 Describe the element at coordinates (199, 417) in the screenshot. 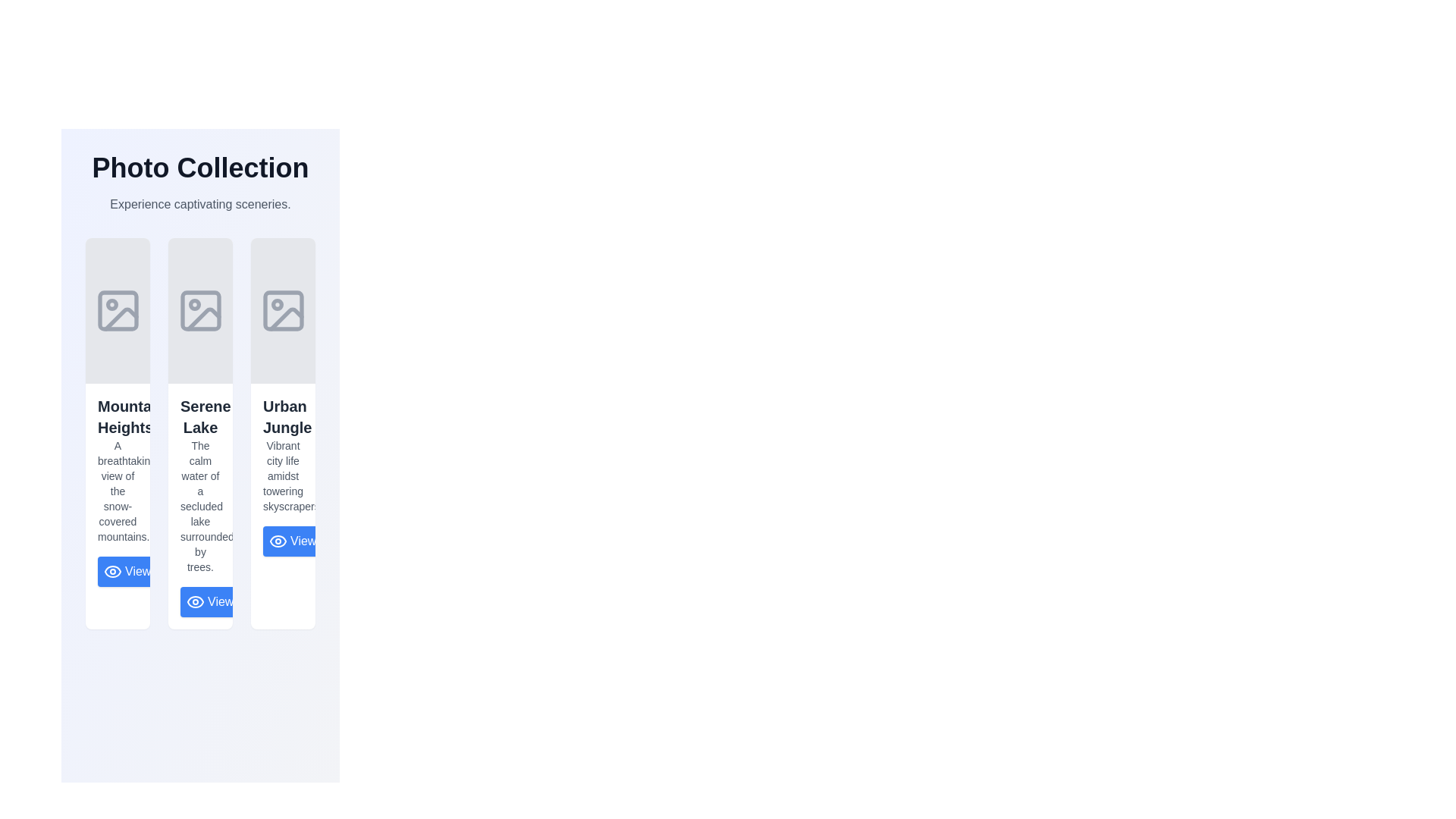

I see `the text element displaying 'Serene Lake', which is styled as a prominent heading in dark gray color, bold formatting, and larger font size, located at the center of the second card in a three-card layout` at that location.